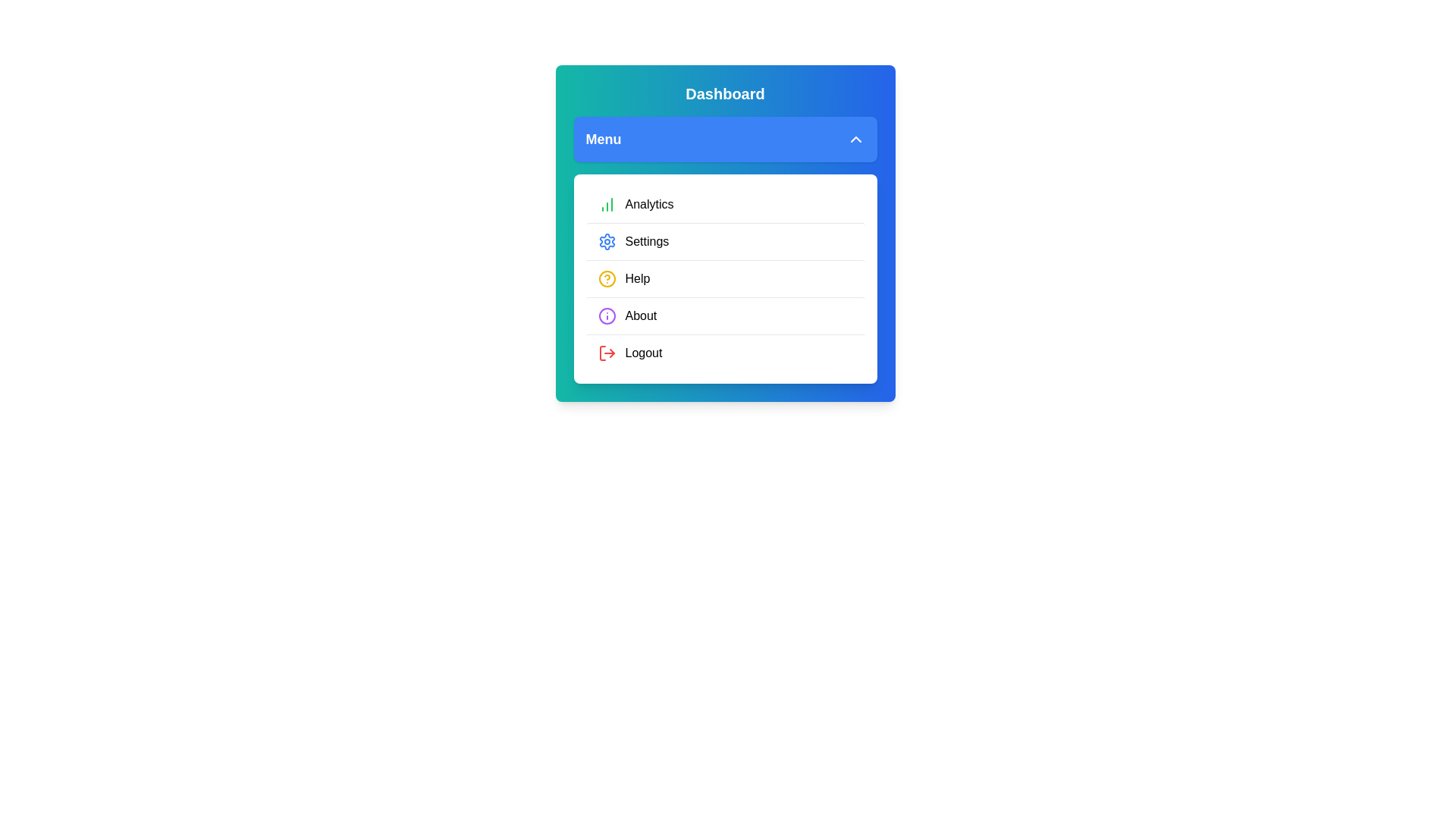 This screenshot has height=819, width=1456. I want to click on the 'Analytics' text label, which is styled in black and located next to a green chart icon in the first position of a vertical menu list inside a dropdown, so click(649, 205).